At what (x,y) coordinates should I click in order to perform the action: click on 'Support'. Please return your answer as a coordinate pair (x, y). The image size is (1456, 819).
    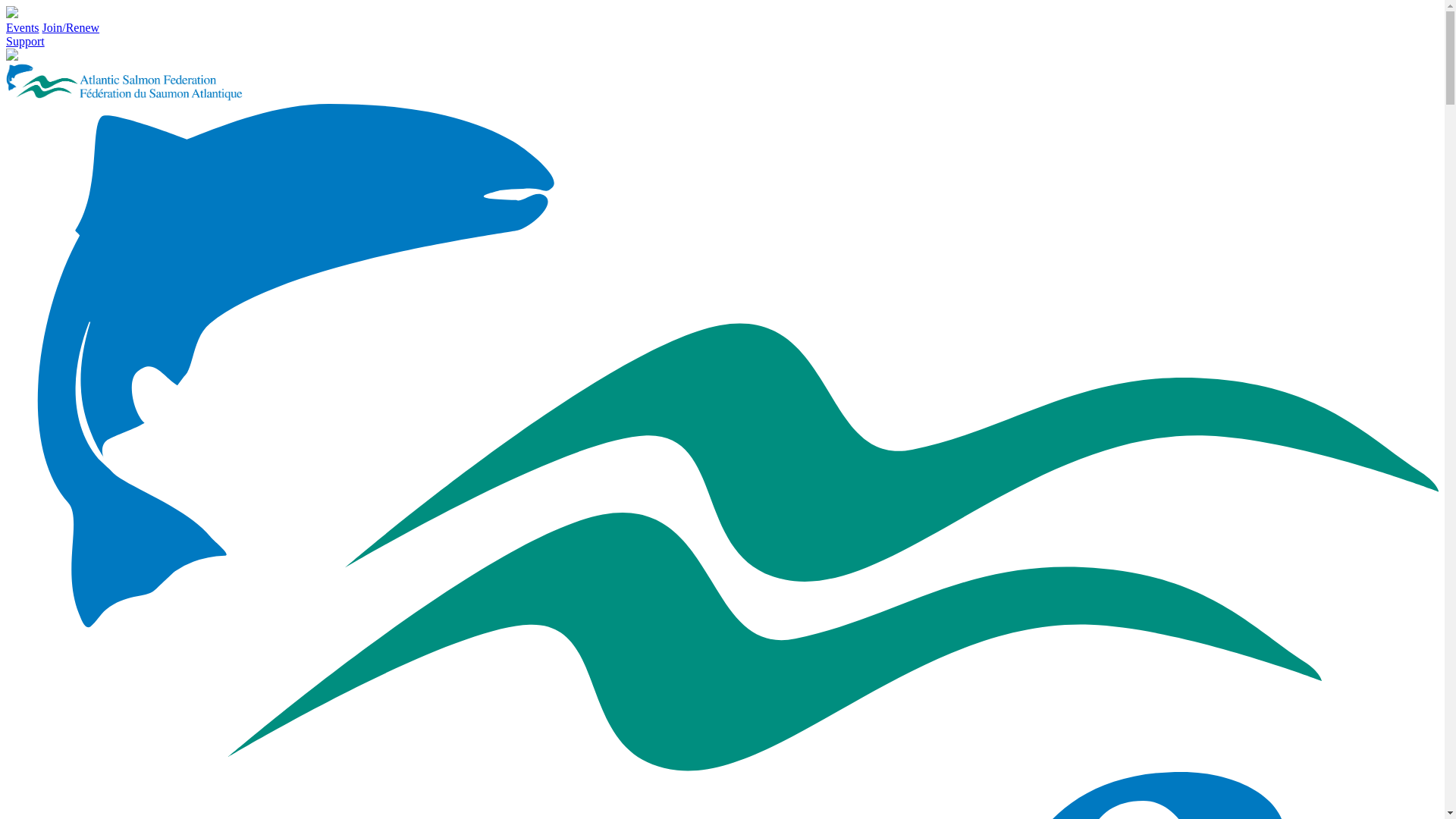
    Looking at the image, I should click on (25, 40).